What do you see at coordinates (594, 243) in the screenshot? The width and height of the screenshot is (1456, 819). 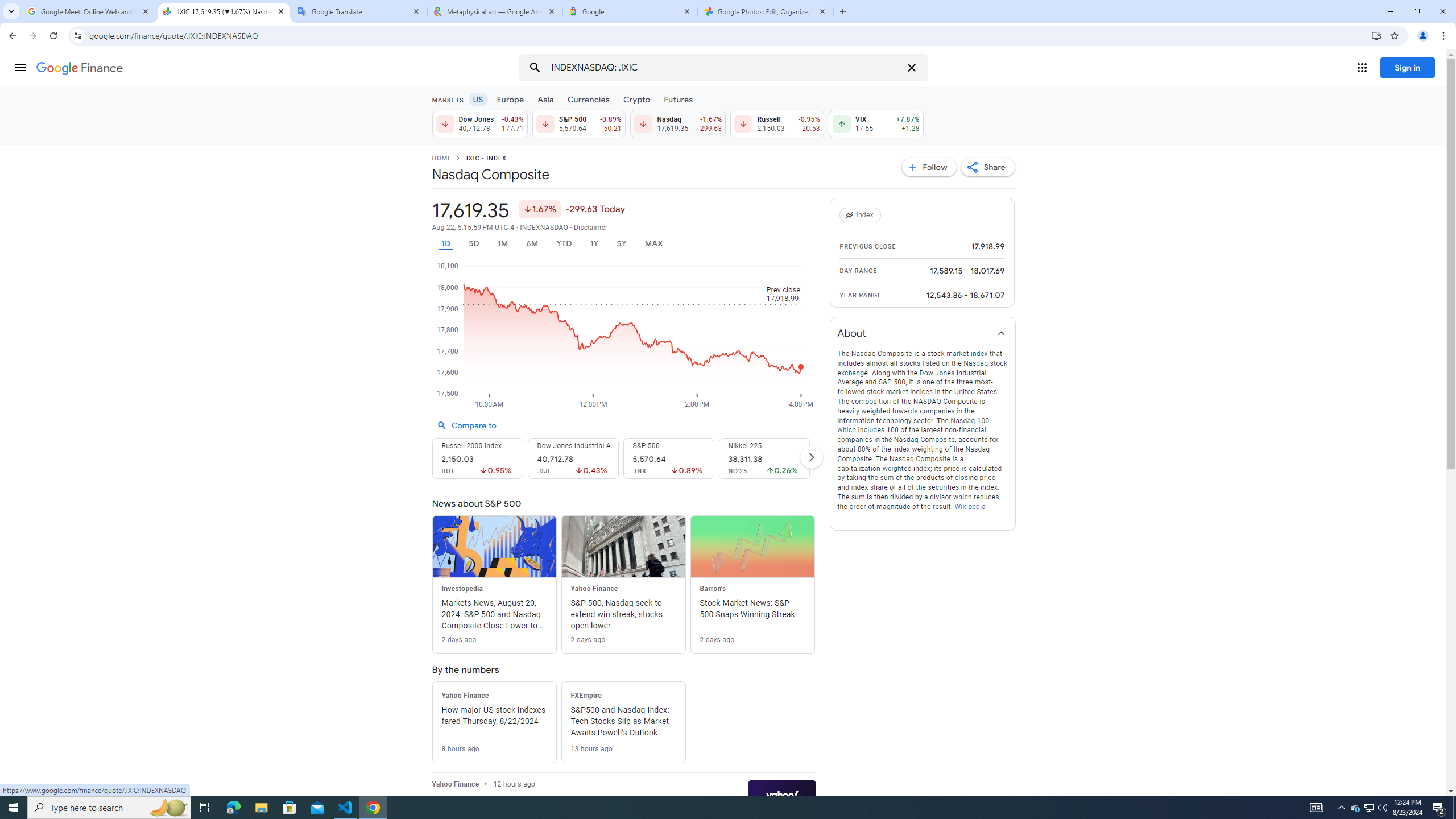 I see `'1Y'` at bounding box center [594, 243].